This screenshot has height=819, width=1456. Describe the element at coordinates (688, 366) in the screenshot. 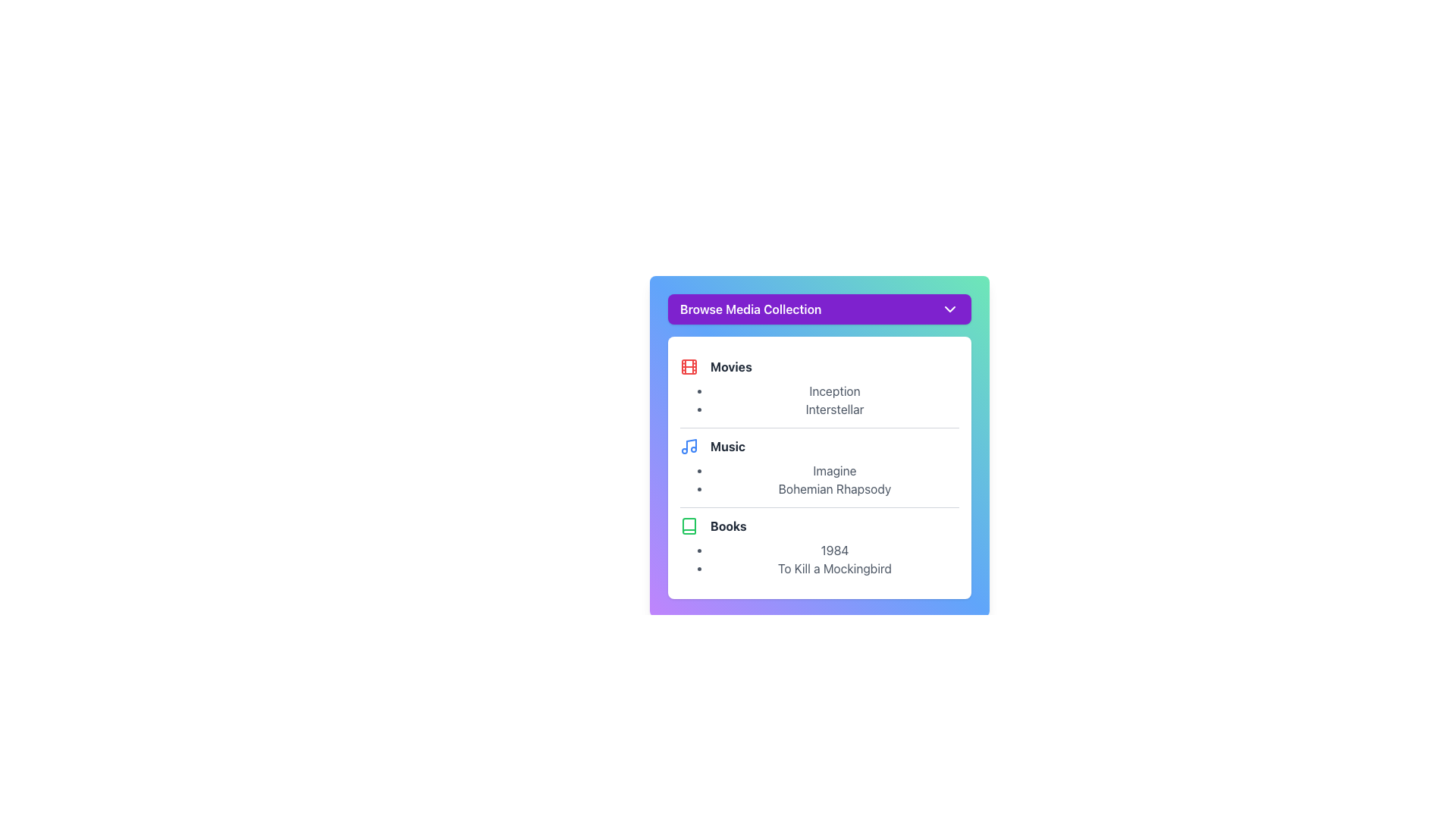

I see `the red rectangle icon styled like a minimal film icon in the 'Movies' section header, located near the top of the list panel, aligned to the left of the text 'Movies'` at that location.